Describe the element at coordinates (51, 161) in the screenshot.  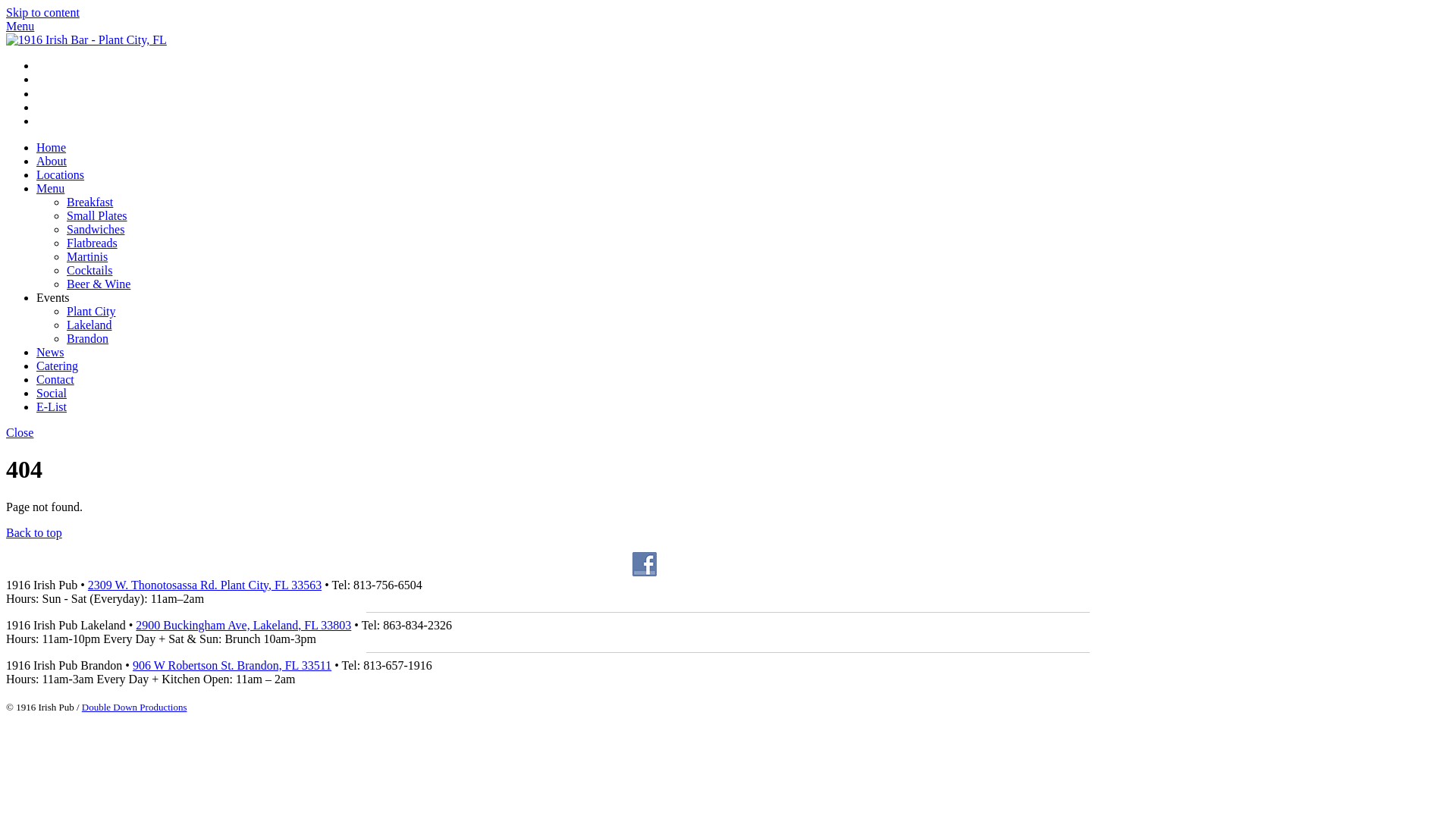
I see `'About'` at that location.